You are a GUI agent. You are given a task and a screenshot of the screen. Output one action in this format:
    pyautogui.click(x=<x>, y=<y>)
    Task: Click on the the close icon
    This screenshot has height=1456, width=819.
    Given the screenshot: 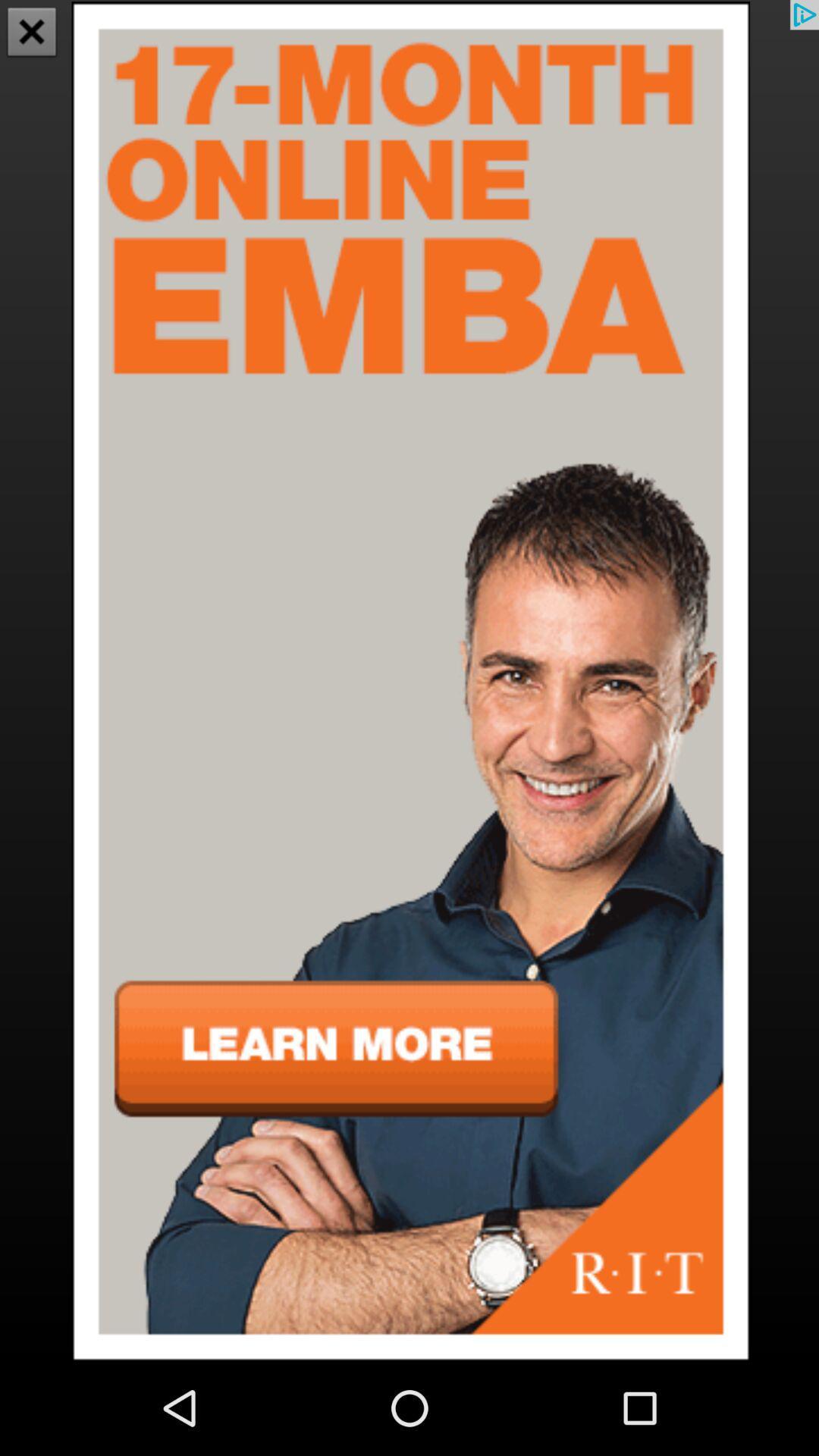 What is the action you would take?
    pyautogui.click(x=32, y=33)
    